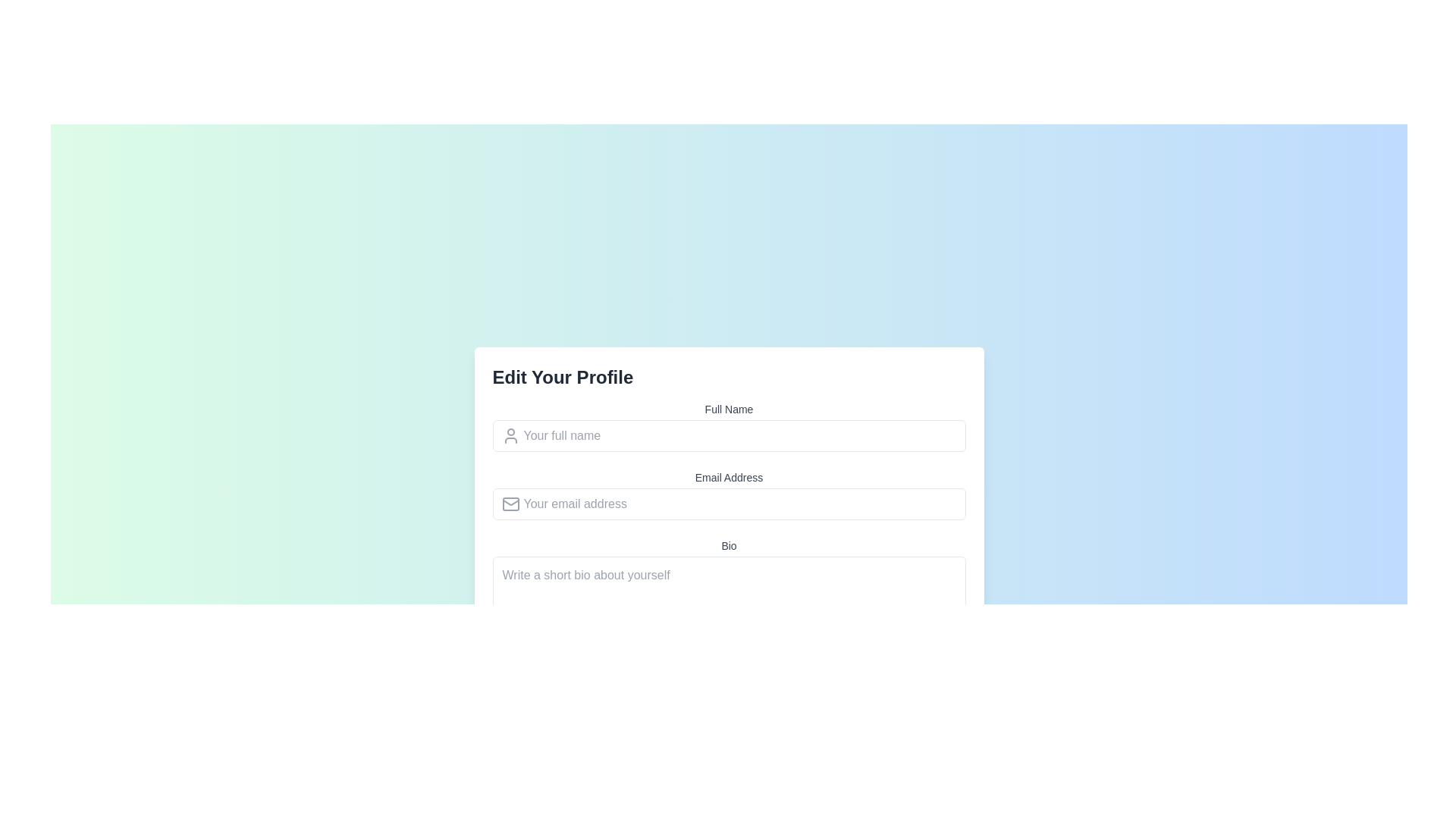 The width and height of the screenshot is (1456, 819). Describe the element at coordinates (729, 408) in the screenshot. I see `the label indicating the input field for entering the user's full name, which is positioned above the input field with the placeholder 'Your full name' in the 'Edit Your Profile' modal` at that location.